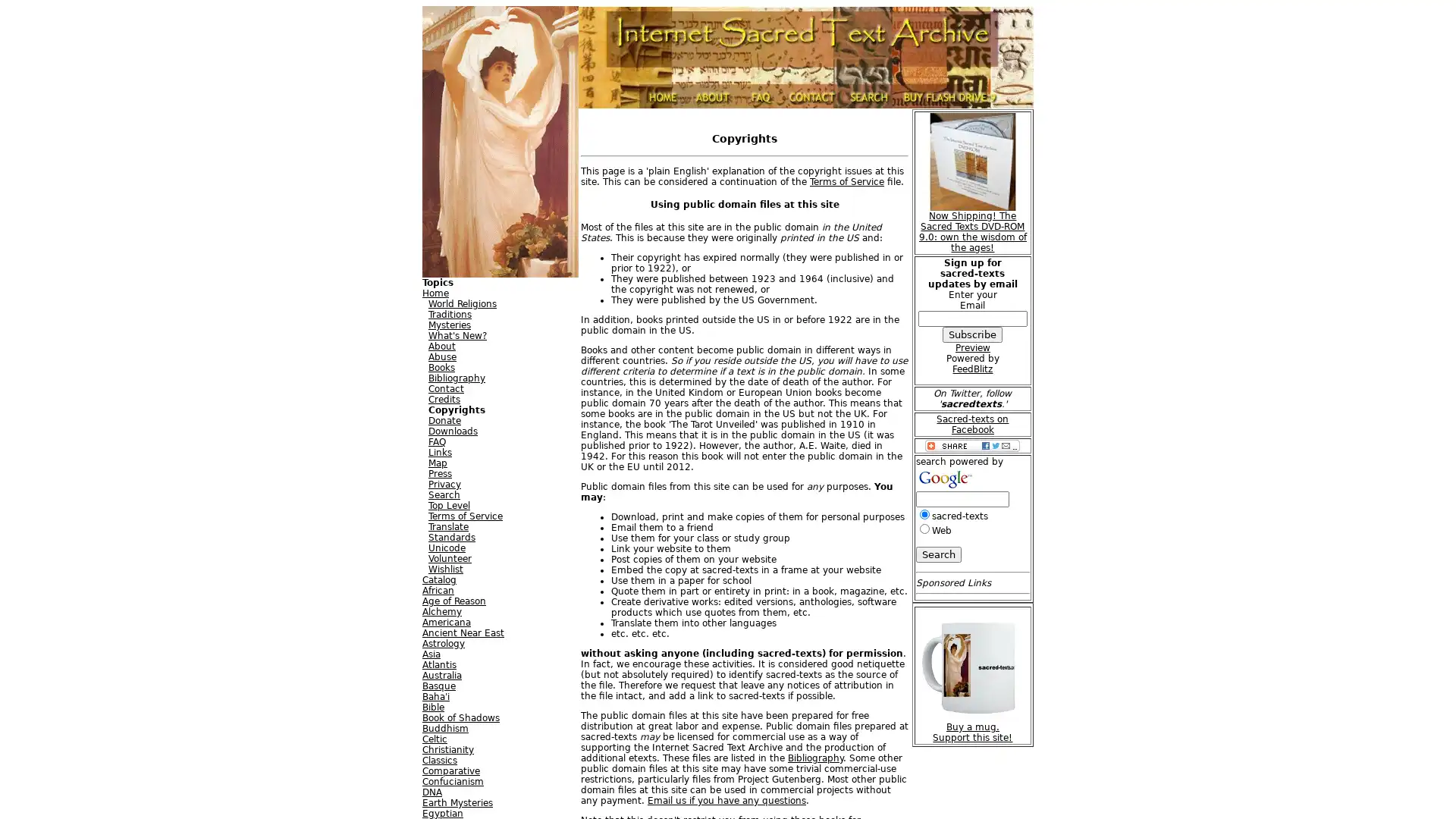 This screenshot has width=1456, height=819. Describe the element at coordinates (972, 333) in the screenshot. I see `Subscribe` at that location.